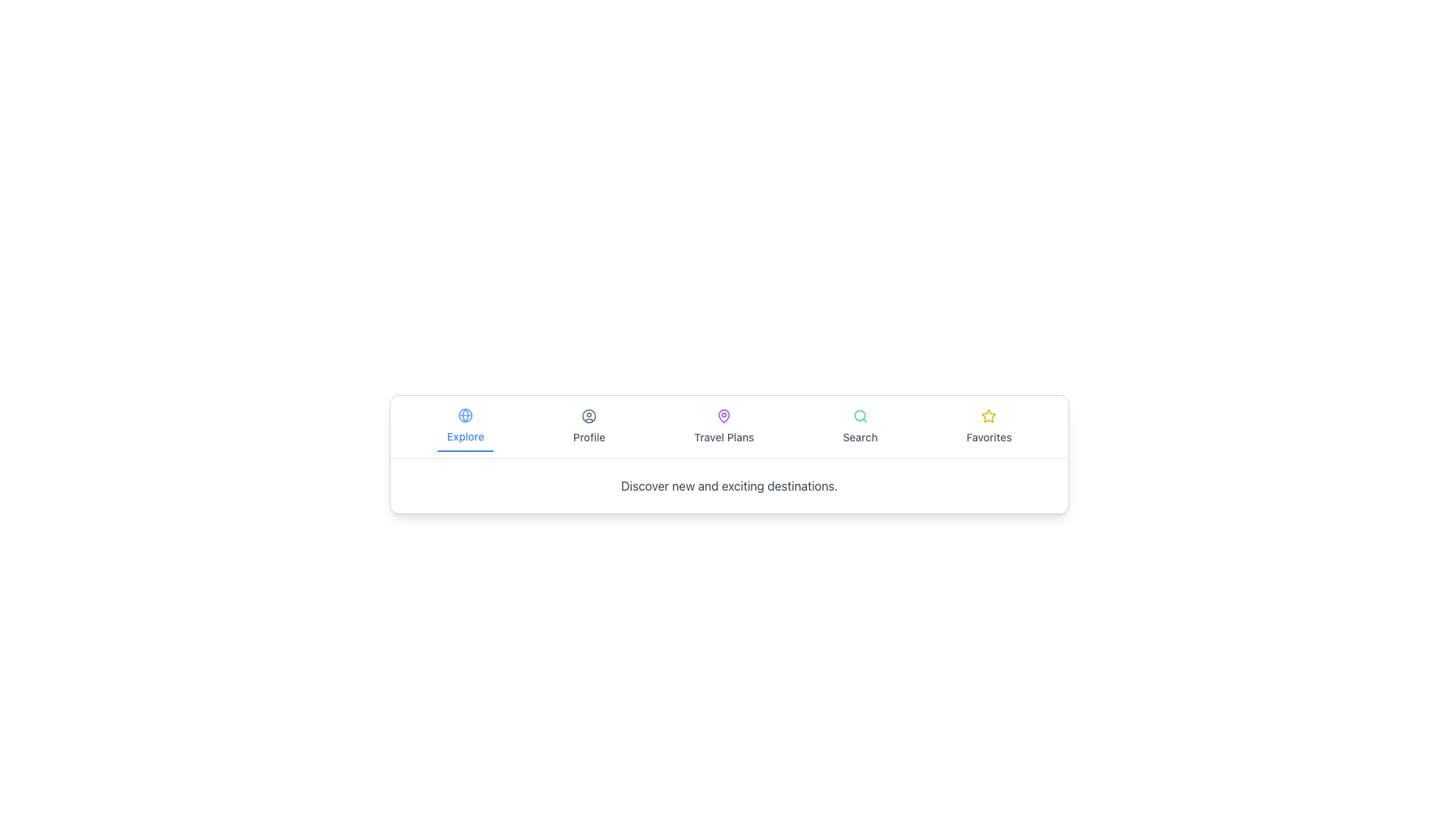 The height and width of the screenshot is (819, 1456). I want to click on the 'Favorites' icon located at the far-right side of the bottom navigation bar, above the 'Favorites' label, so click(989, 416).